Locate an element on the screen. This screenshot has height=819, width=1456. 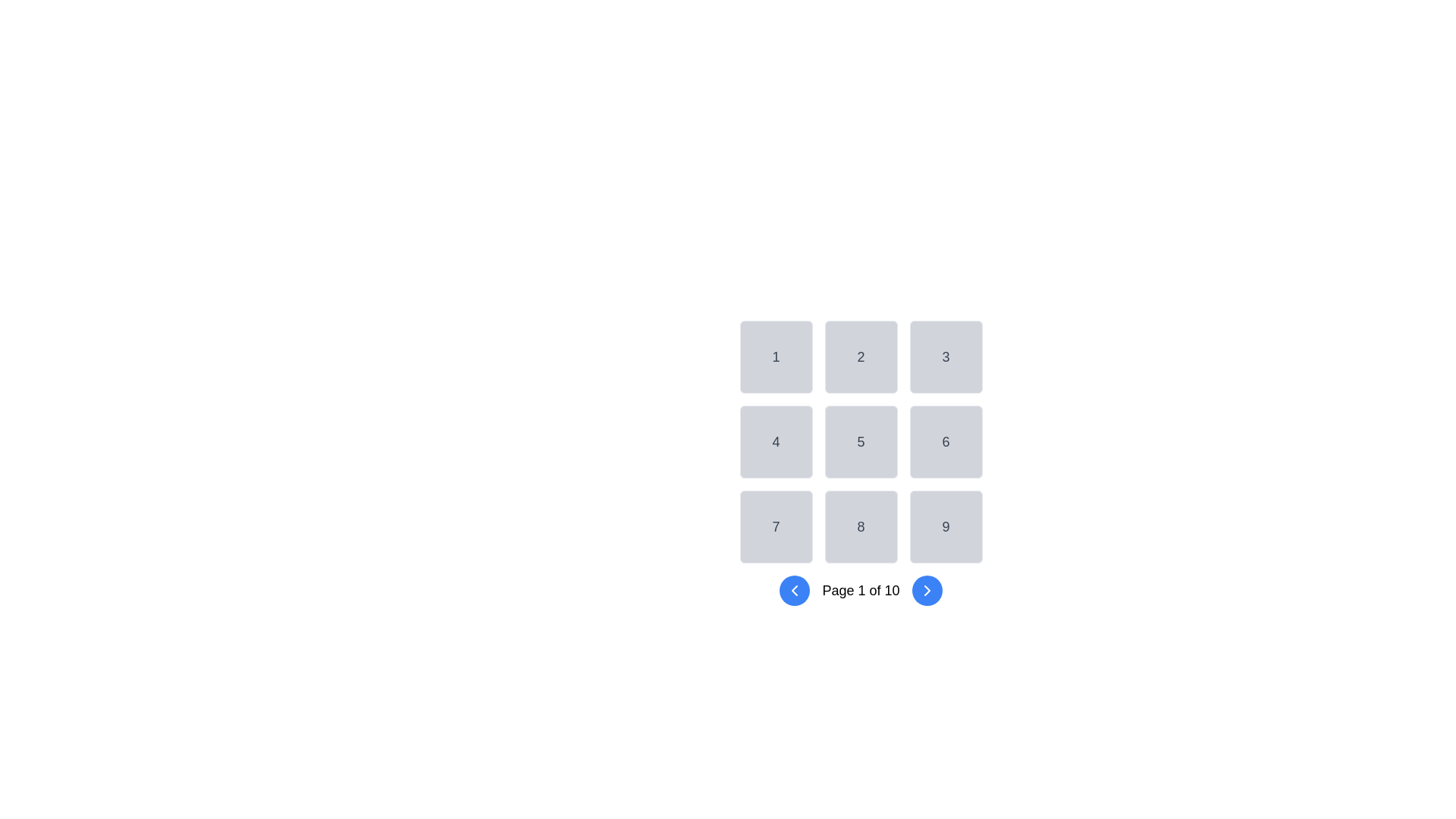
the selection tile located in the first row and second column of the grid is located at coordinates (861, 356).